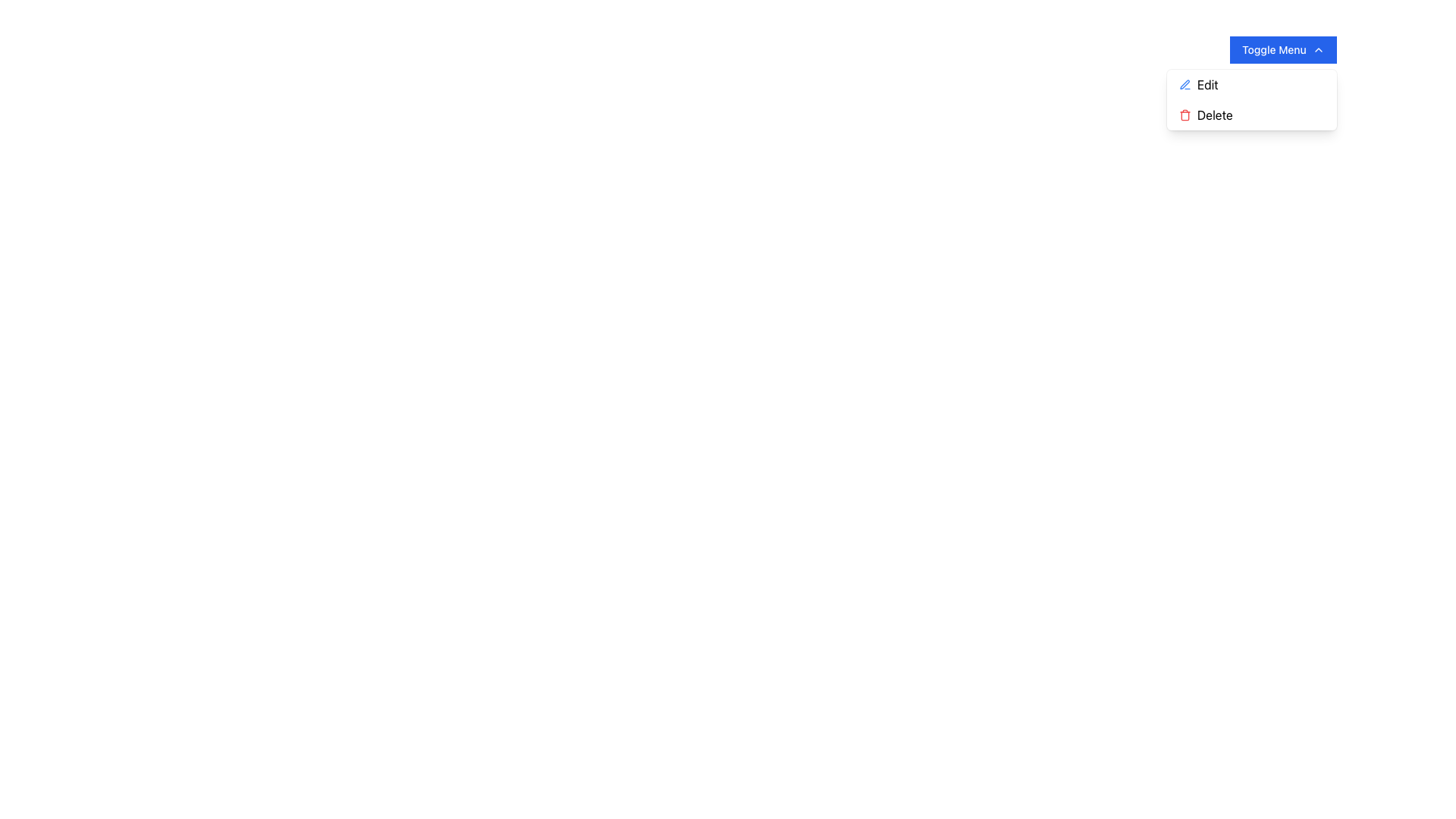 The height and width of the screenshot is (819, 1456). Describe the element at coordinates (1282, 49) in the screenshot. I see `the Dropdown Toggle Button located at the upper-right side of the interface` at that location.